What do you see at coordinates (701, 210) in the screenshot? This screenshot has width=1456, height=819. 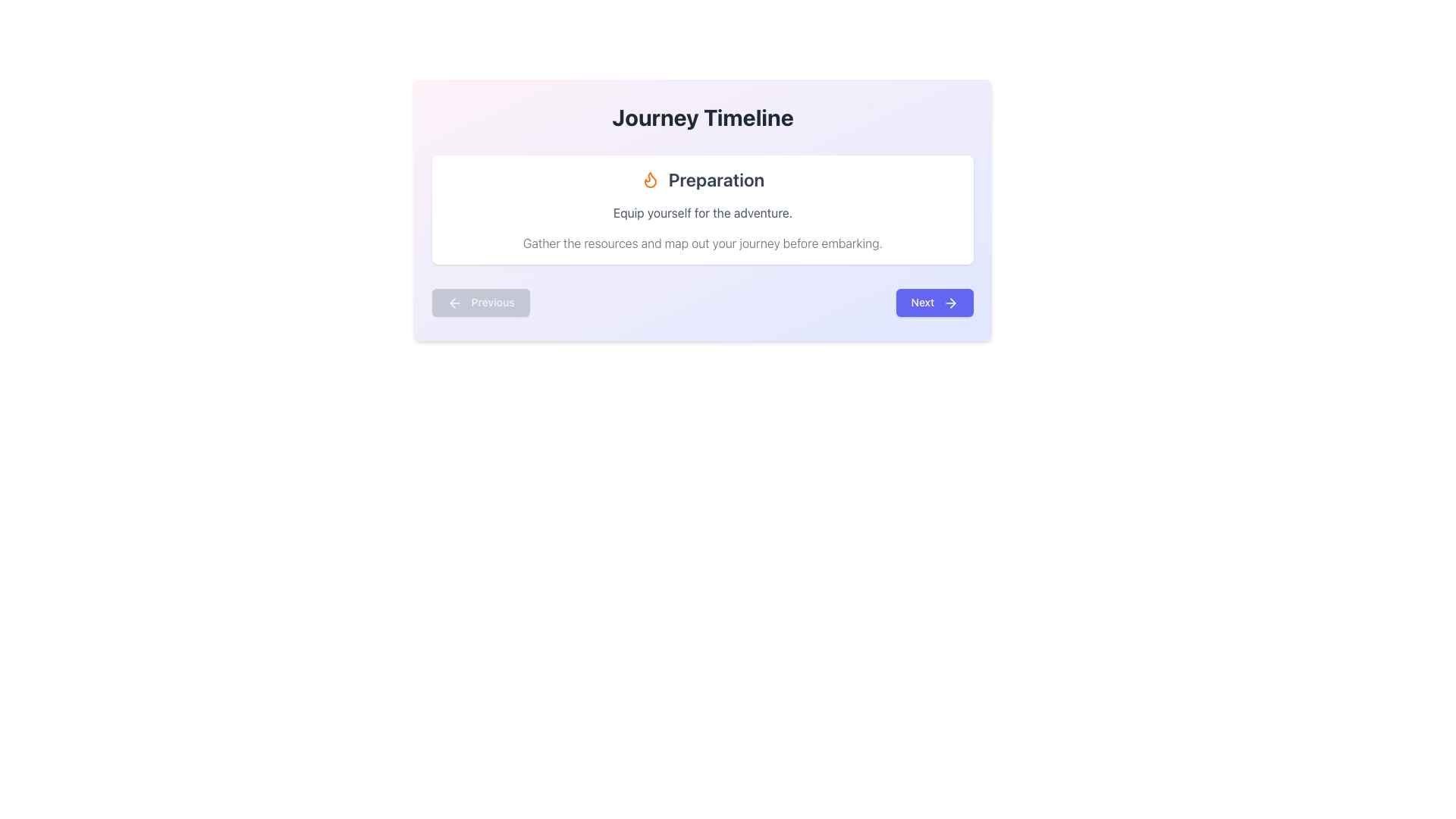 I see `the informational and navigational UI component that describes the 'Preparation' phase of the journey timeline, which is centrally positioned with a gradient background` at bounding box center [701, 210].